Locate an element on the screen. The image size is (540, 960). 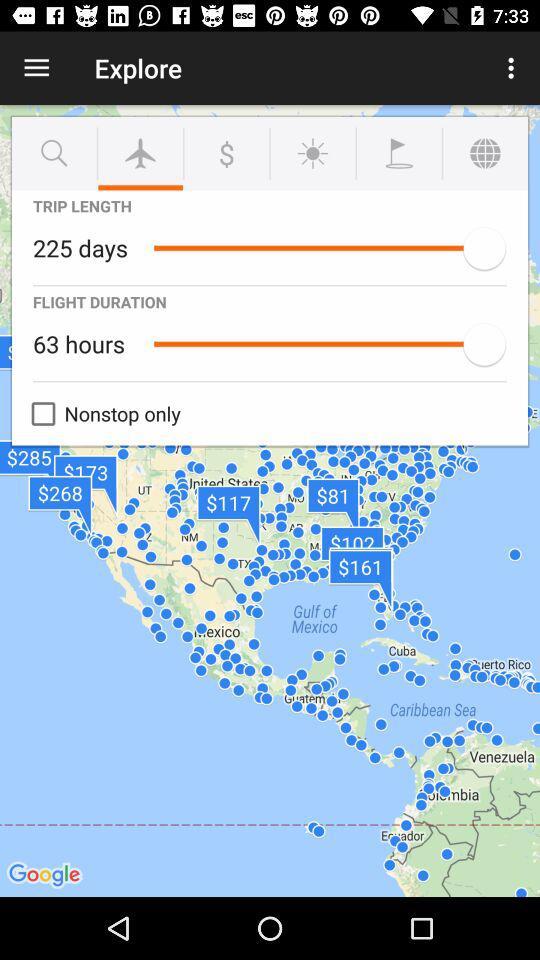
the nonstop only icon is located at coordinates (100, 413).